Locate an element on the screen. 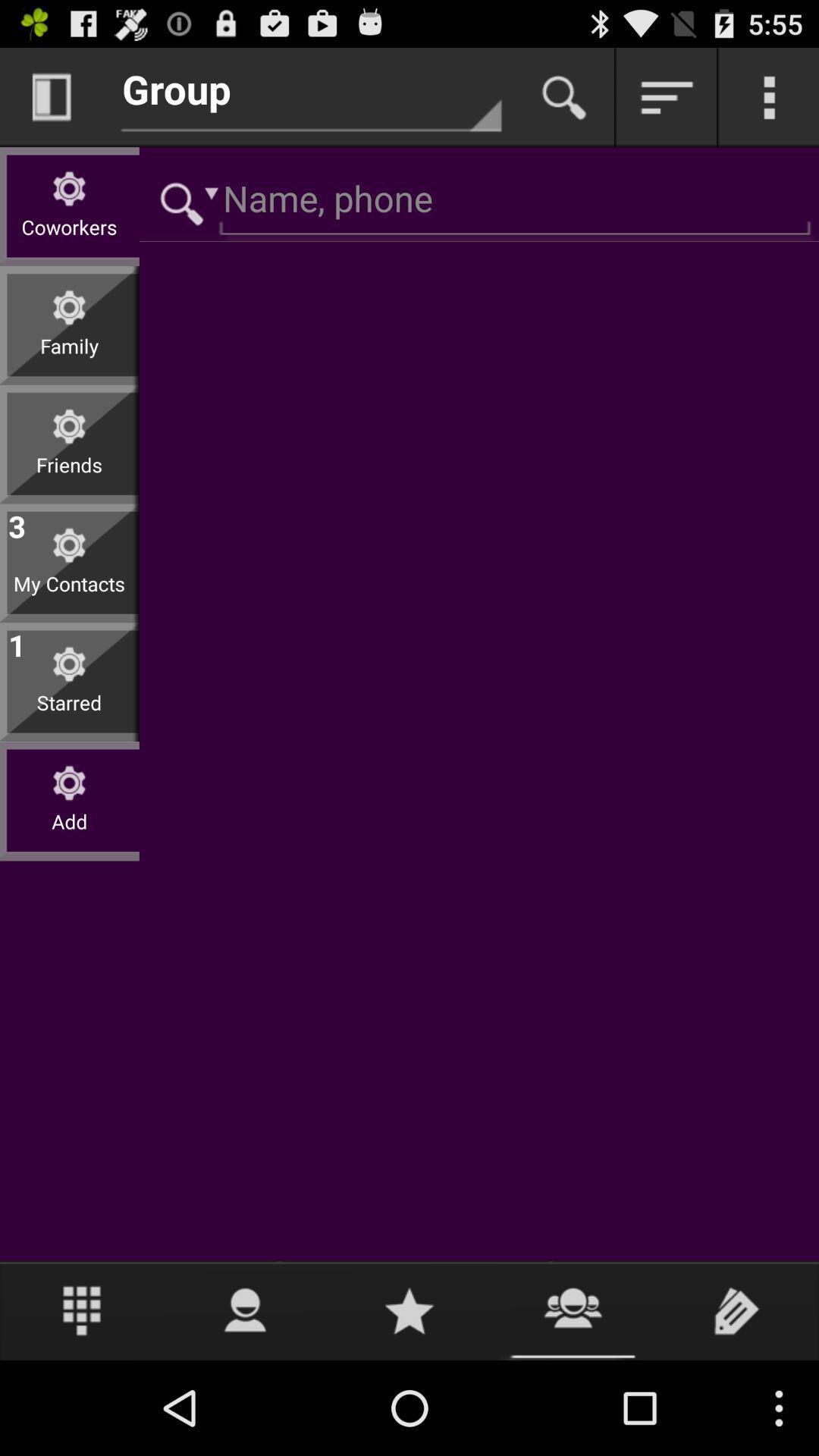 The height and width of the screenshot is (1456, 819). group message is located at coordinates (573, 1310).